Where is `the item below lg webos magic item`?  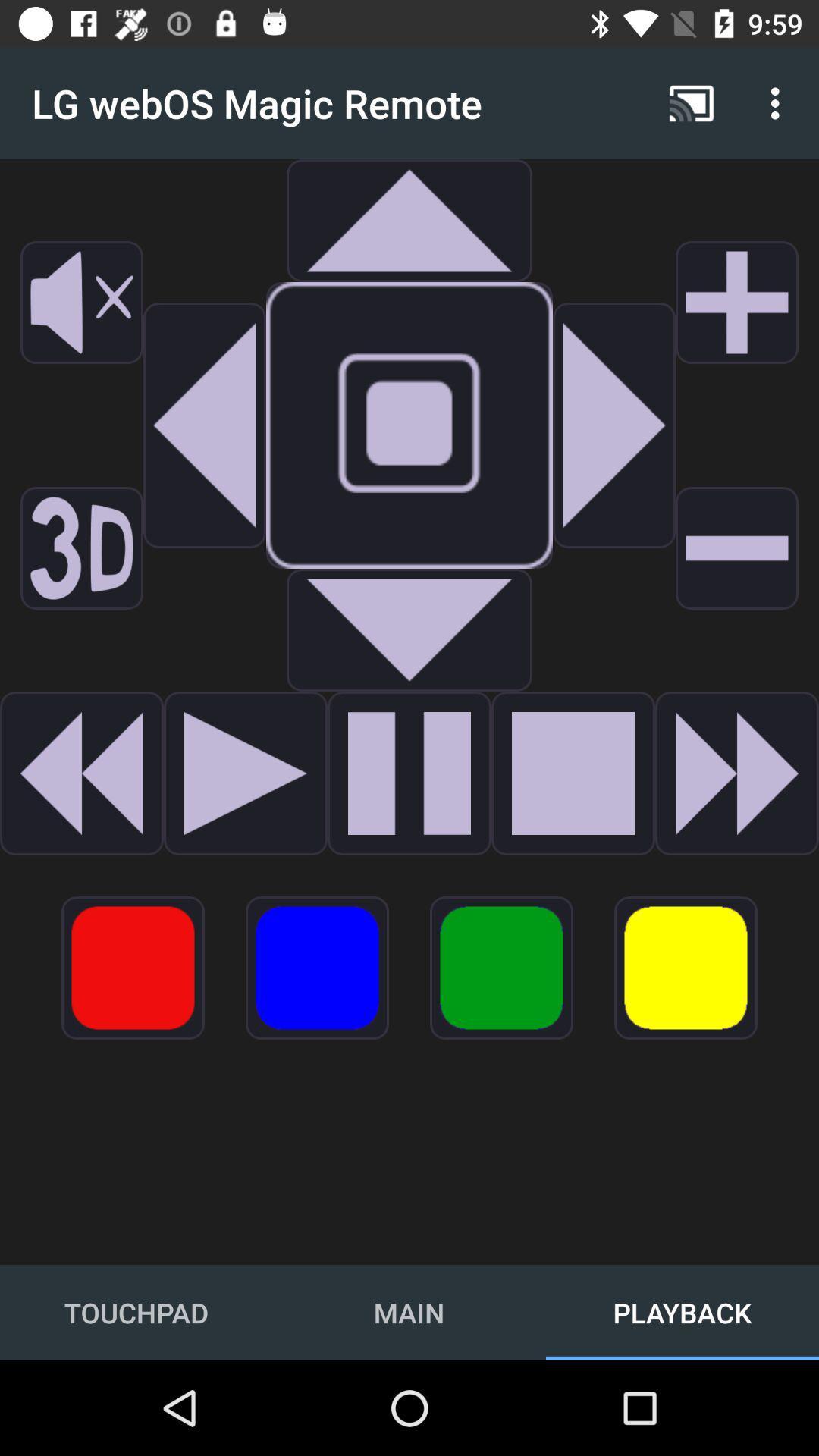
the item below lg webos magic item is located at coordinates (409, 220).